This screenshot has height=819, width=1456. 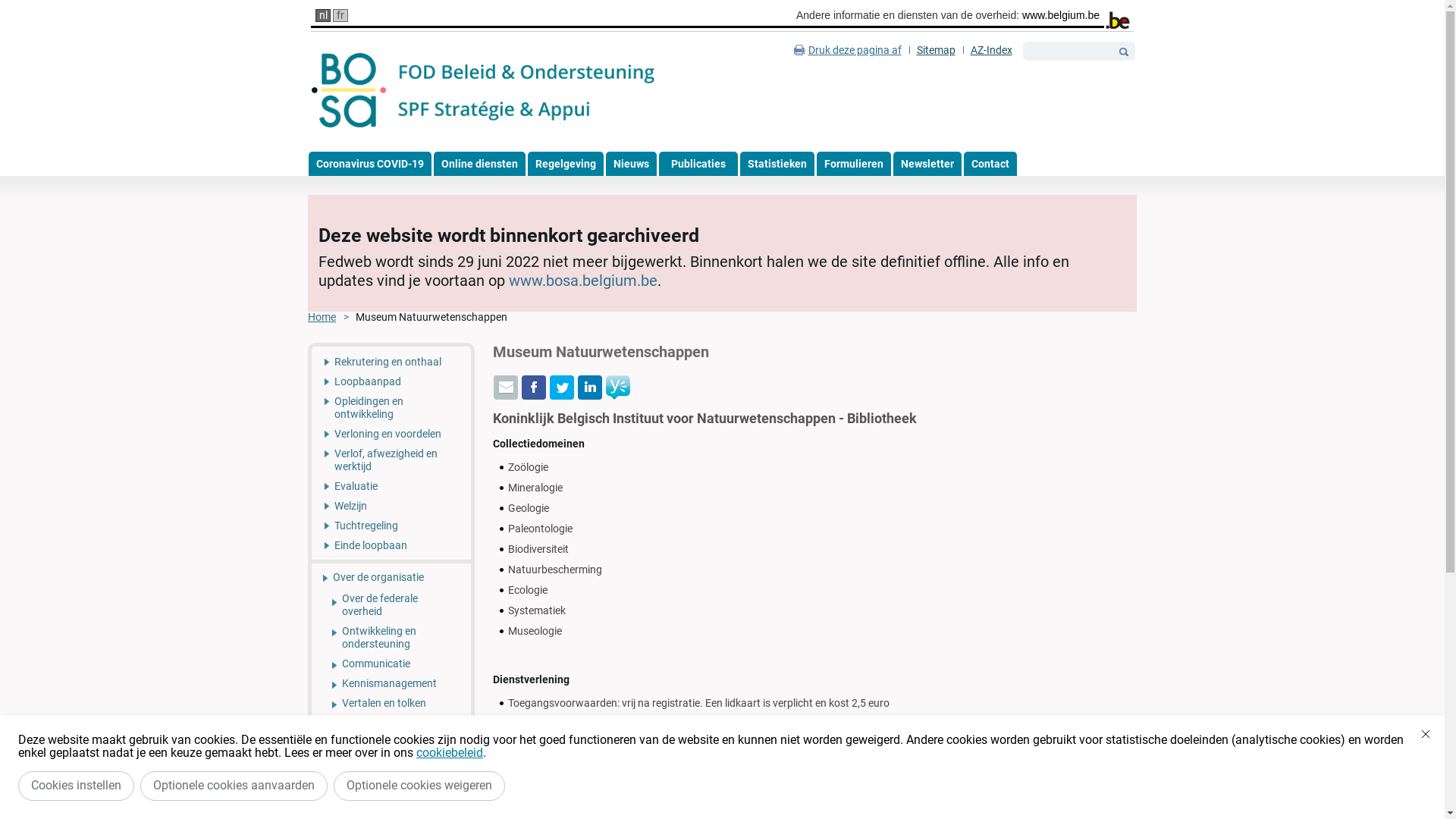 What do you see at coordinates (75, 785) in the screenshot?
I see `'Cookies instellen'` at bounding box center [75, 785].